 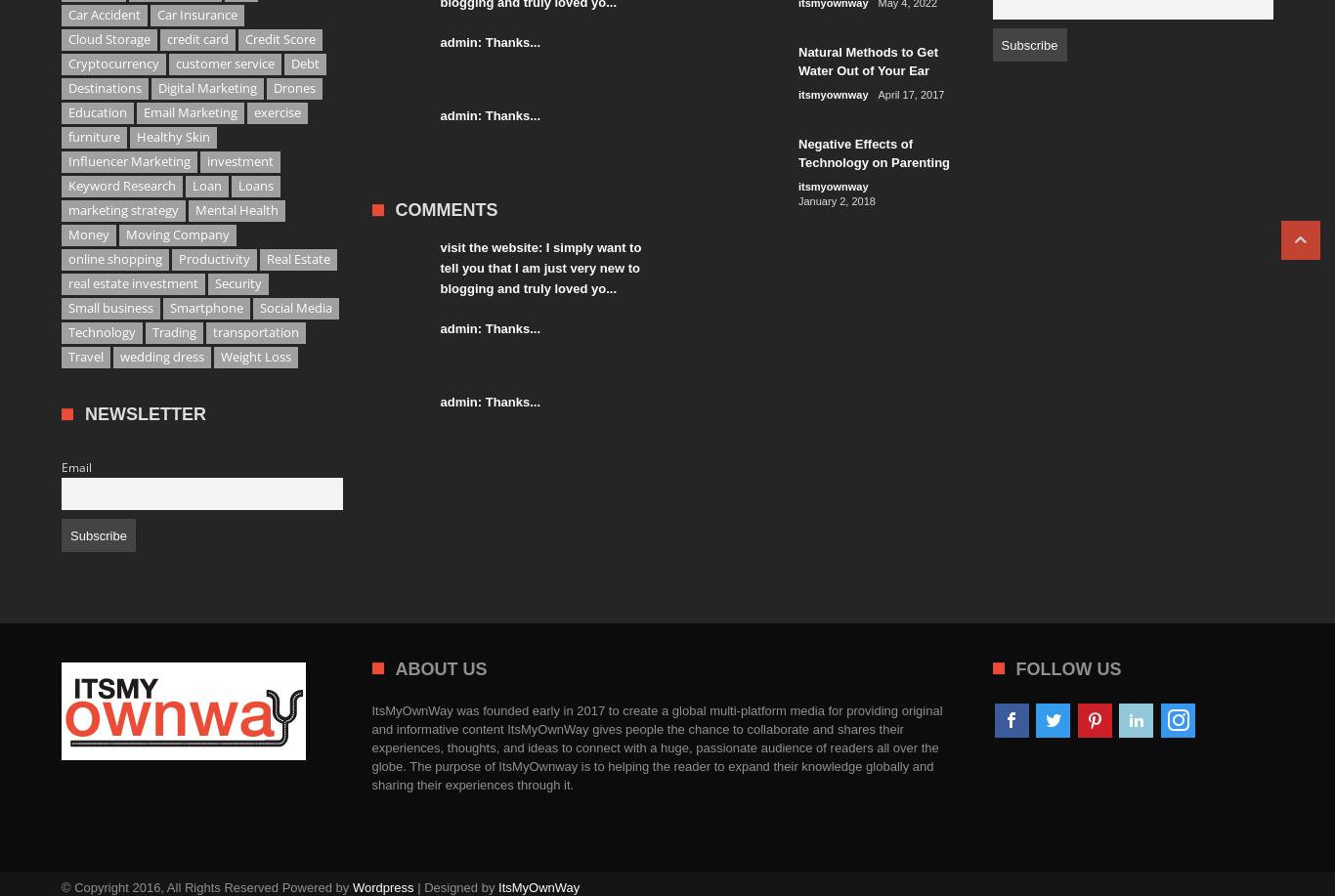 What do you see at coordinates (76, 466) in the screenshot?
I see `'Email'` at bounding box center [76, 466].